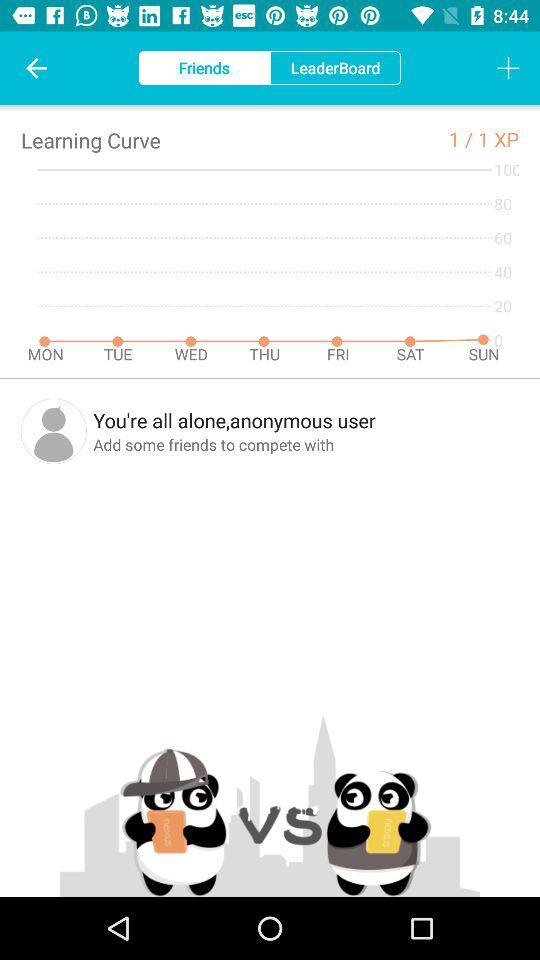 Image resolution: width=540 pixels, height=960 pixels. Describe the element at coordinates (89, 139) in the screenshot. I see `learning curve` at that location.